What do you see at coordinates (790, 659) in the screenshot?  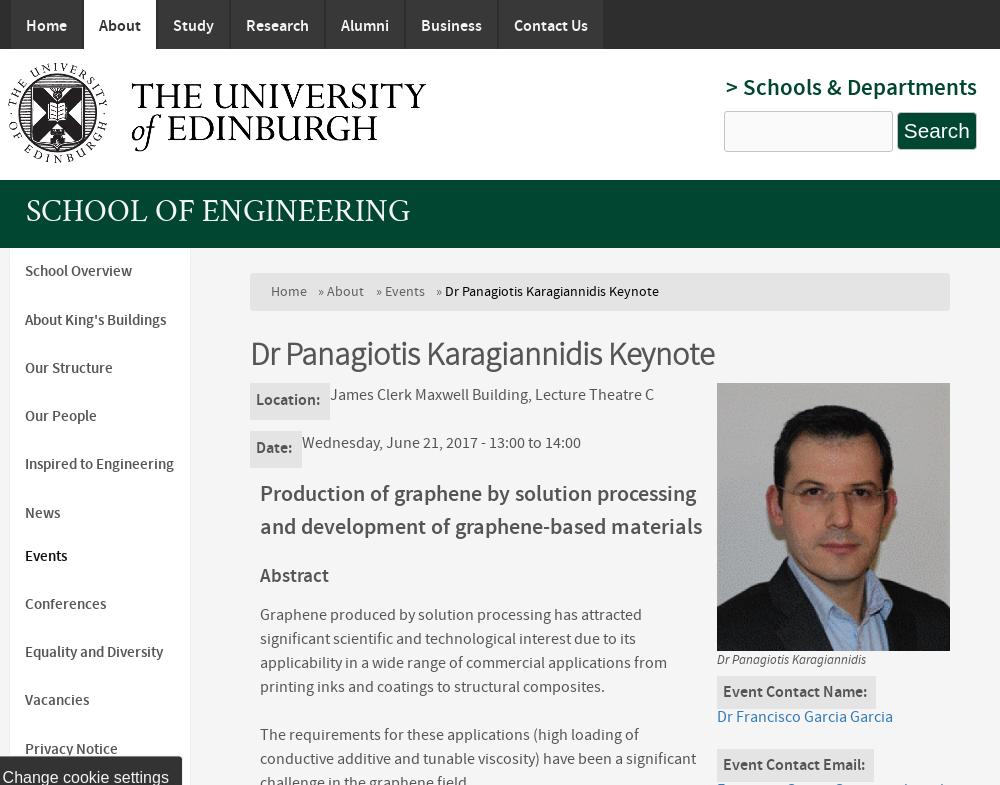 I see `'Dr Panagiotis Karagiannidis'` at bounding box center [790, 659].